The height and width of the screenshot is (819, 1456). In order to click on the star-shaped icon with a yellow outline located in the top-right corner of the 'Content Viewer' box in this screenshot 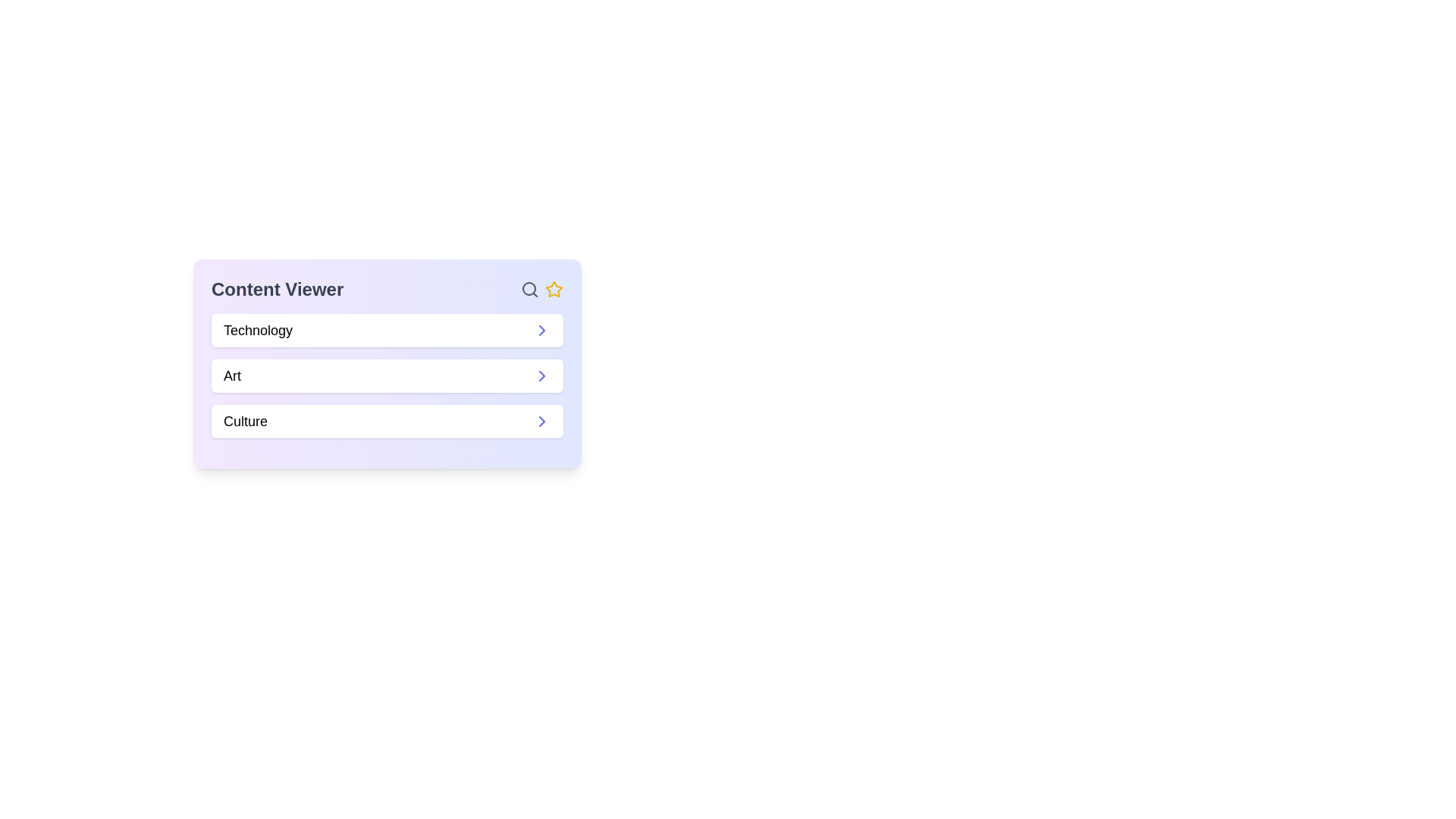, I will do `click(553, 289)`.